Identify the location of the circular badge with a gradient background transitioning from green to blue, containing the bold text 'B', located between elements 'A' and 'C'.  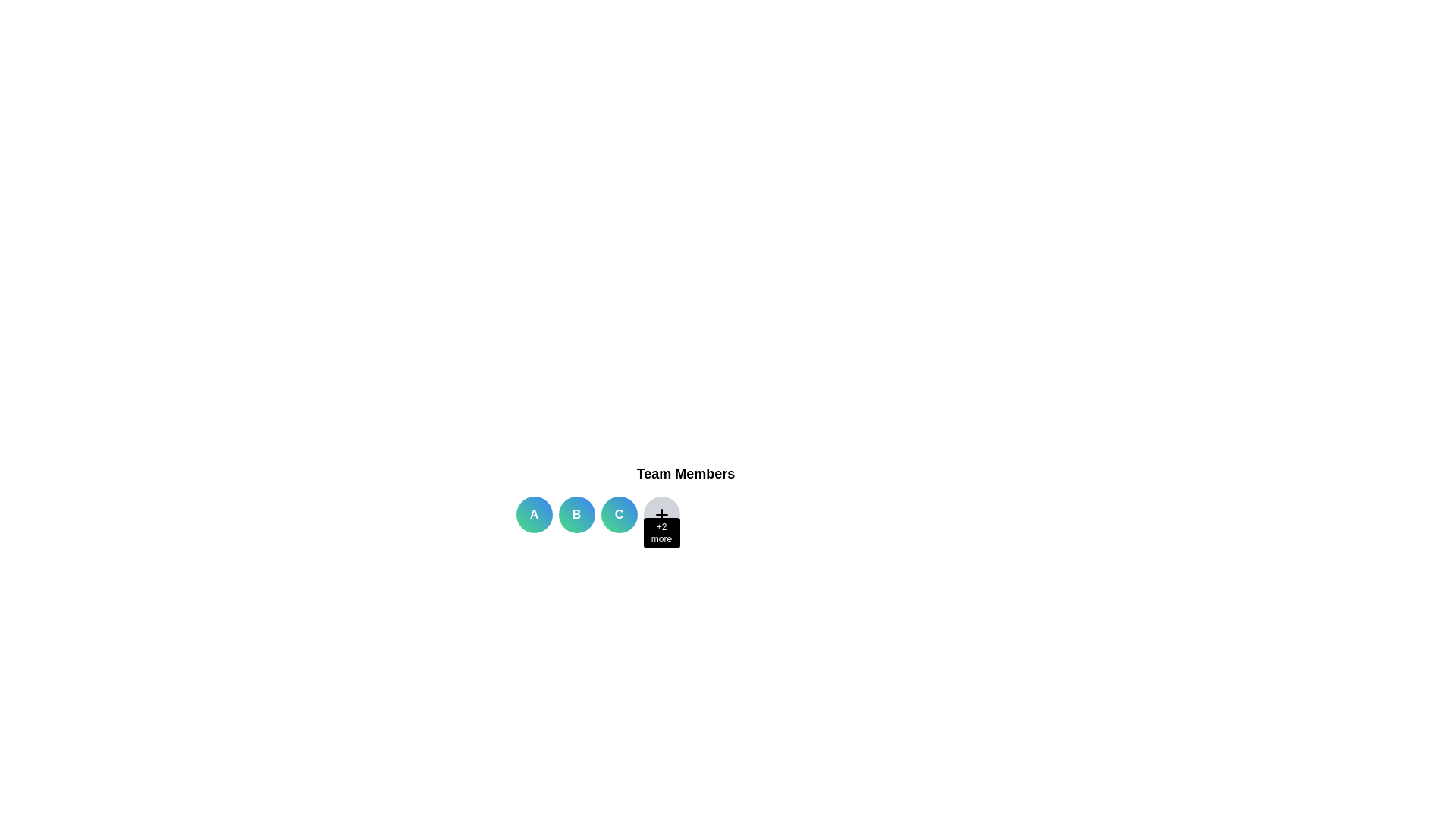
(576, 513).